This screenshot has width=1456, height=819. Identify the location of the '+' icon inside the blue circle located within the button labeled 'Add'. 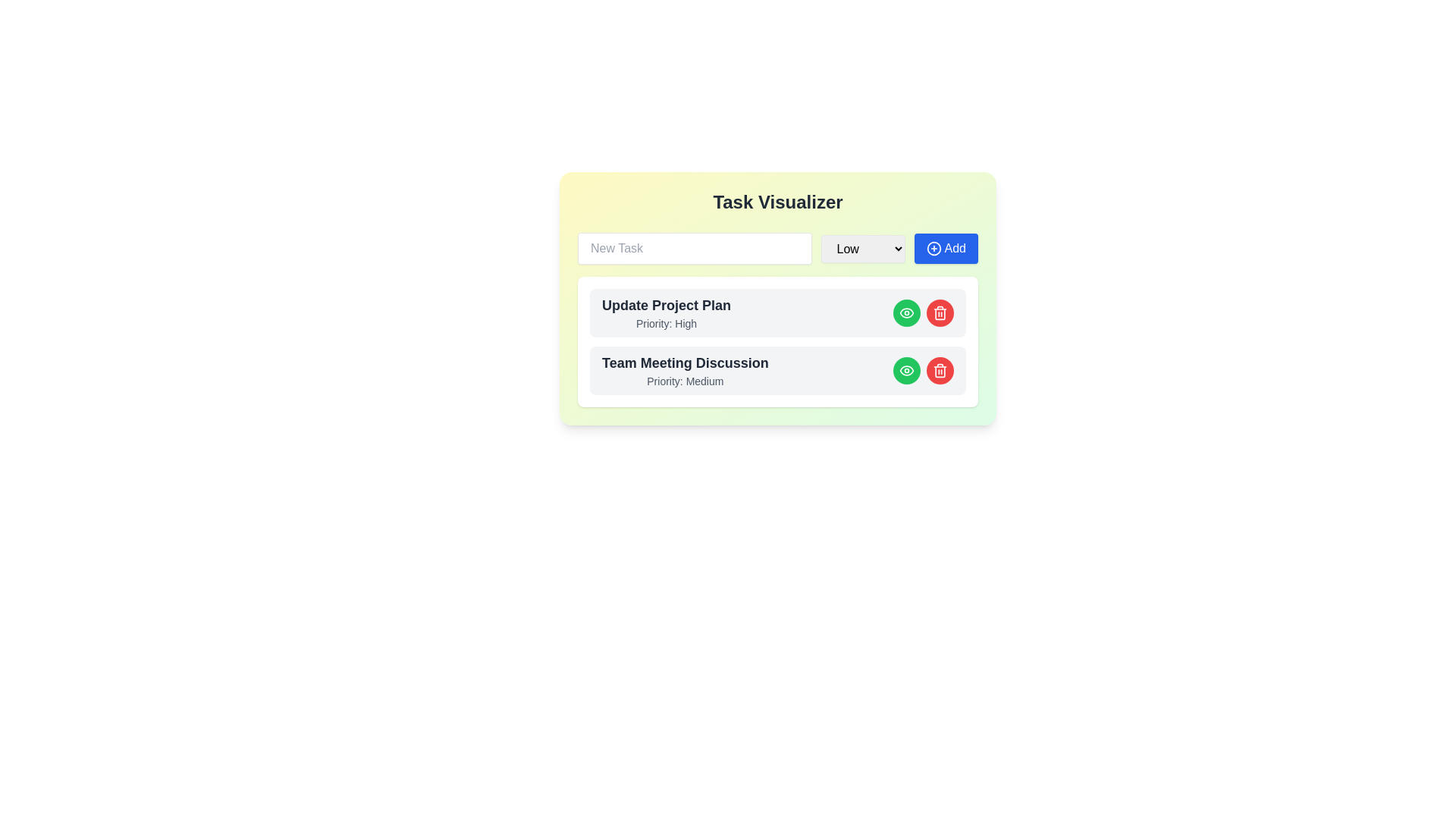
(933, 247).